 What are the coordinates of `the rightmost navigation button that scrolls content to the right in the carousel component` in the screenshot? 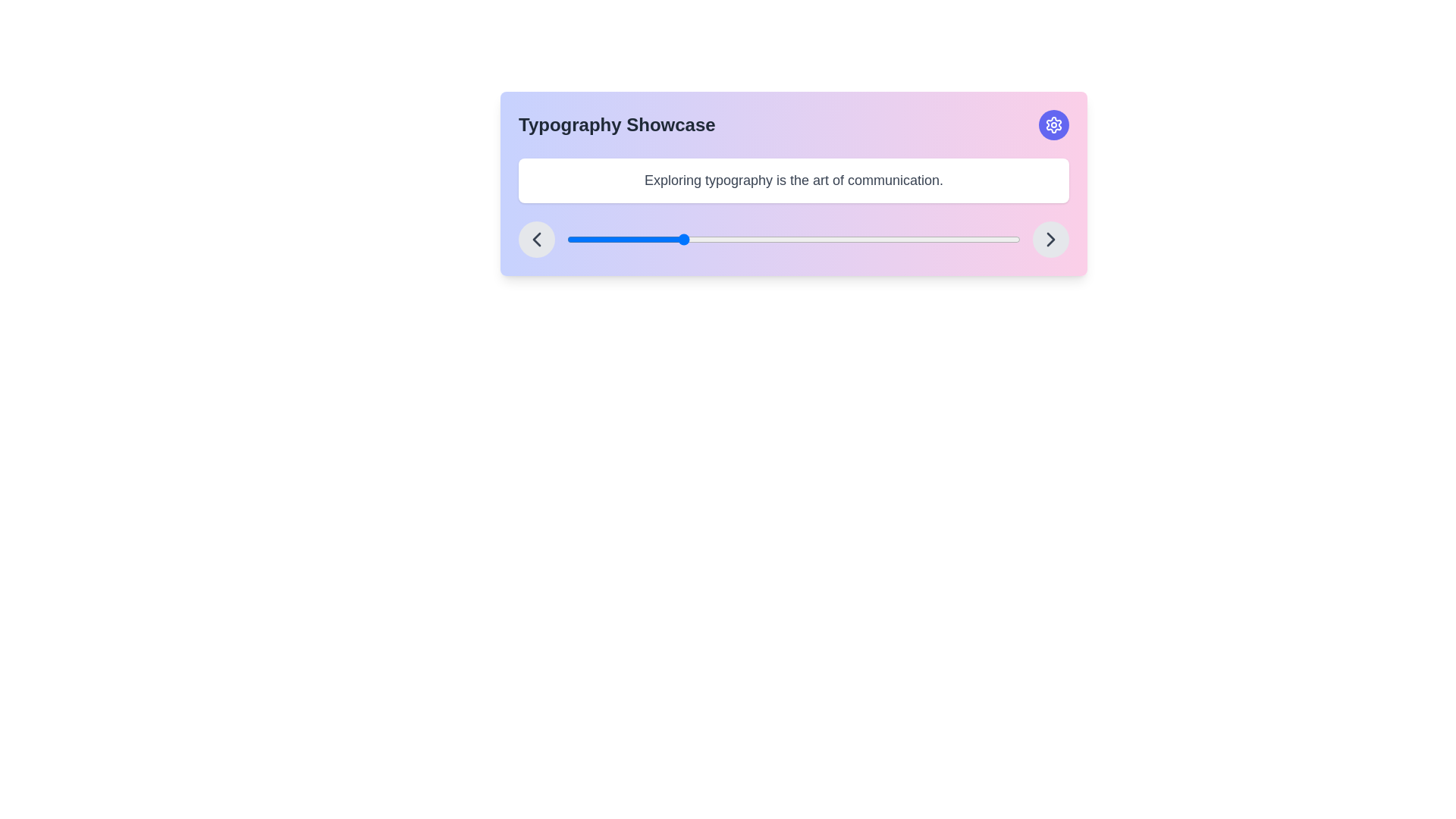 It's located at (1050, 239).